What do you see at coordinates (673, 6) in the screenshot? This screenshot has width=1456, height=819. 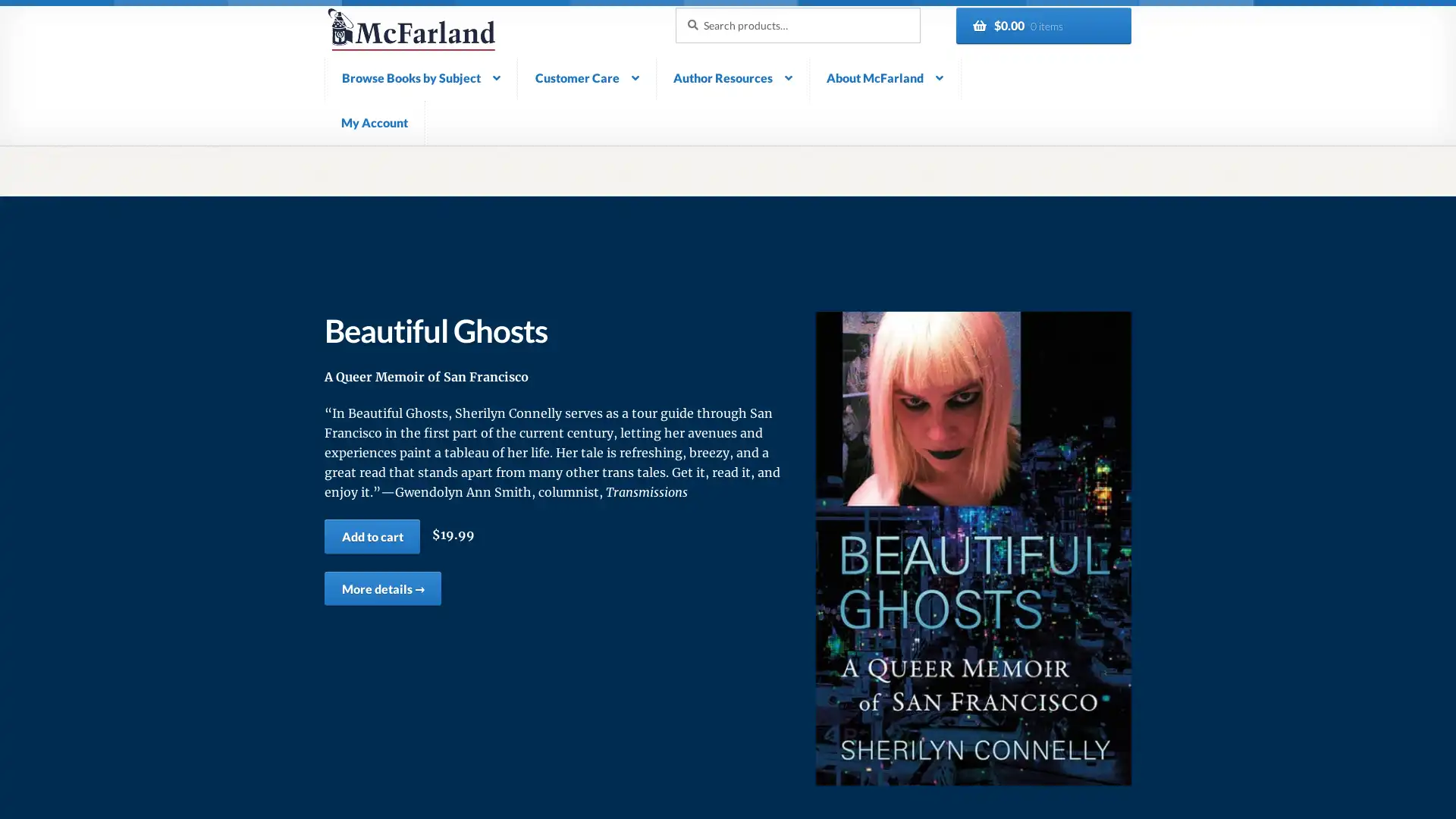 I see `Search` at bounding box center [673, 6].